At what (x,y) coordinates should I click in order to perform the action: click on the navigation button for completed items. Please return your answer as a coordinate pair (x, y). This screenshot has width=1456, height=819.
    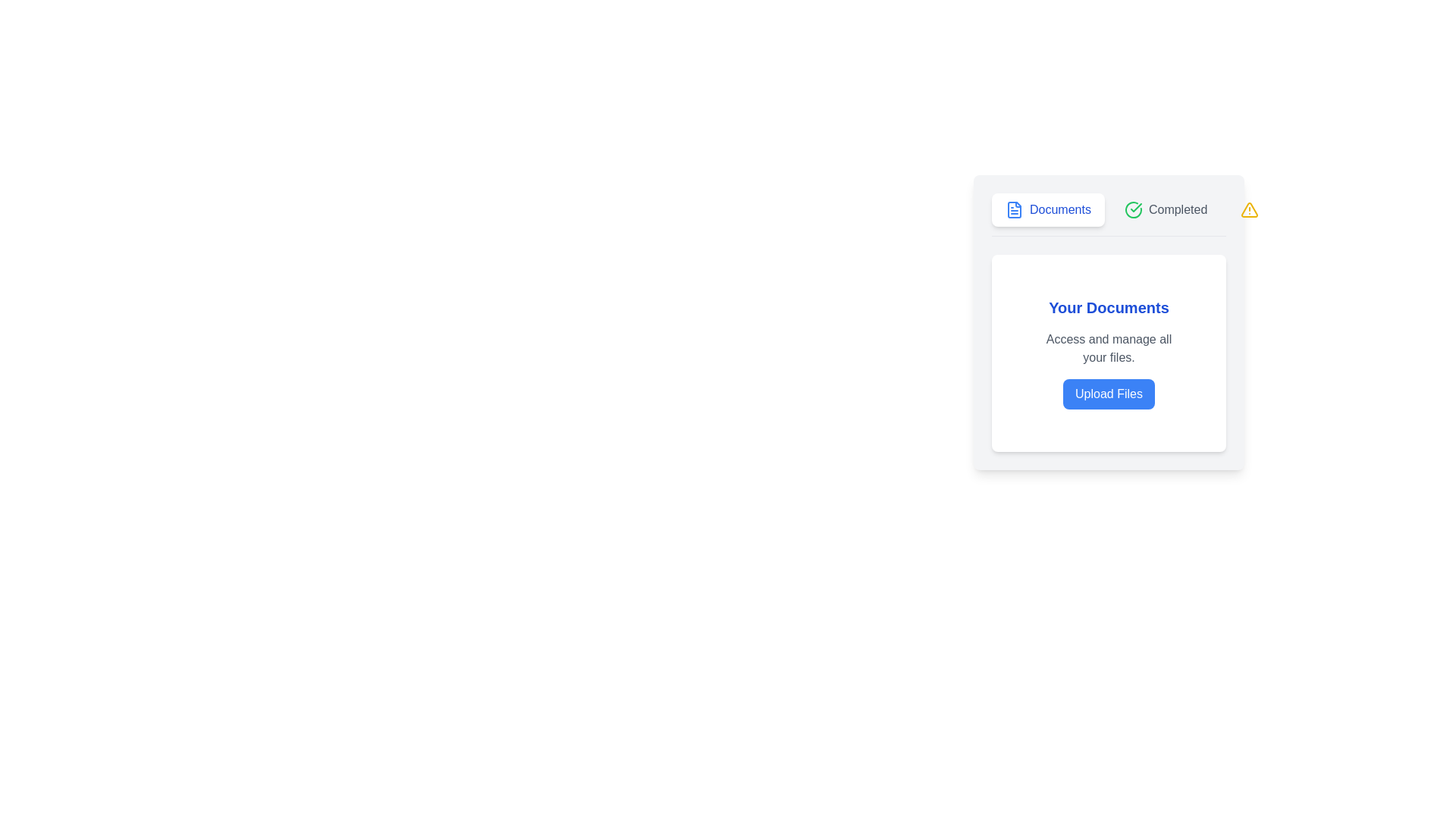
    Looking at the image, I should click on (1165, 210).